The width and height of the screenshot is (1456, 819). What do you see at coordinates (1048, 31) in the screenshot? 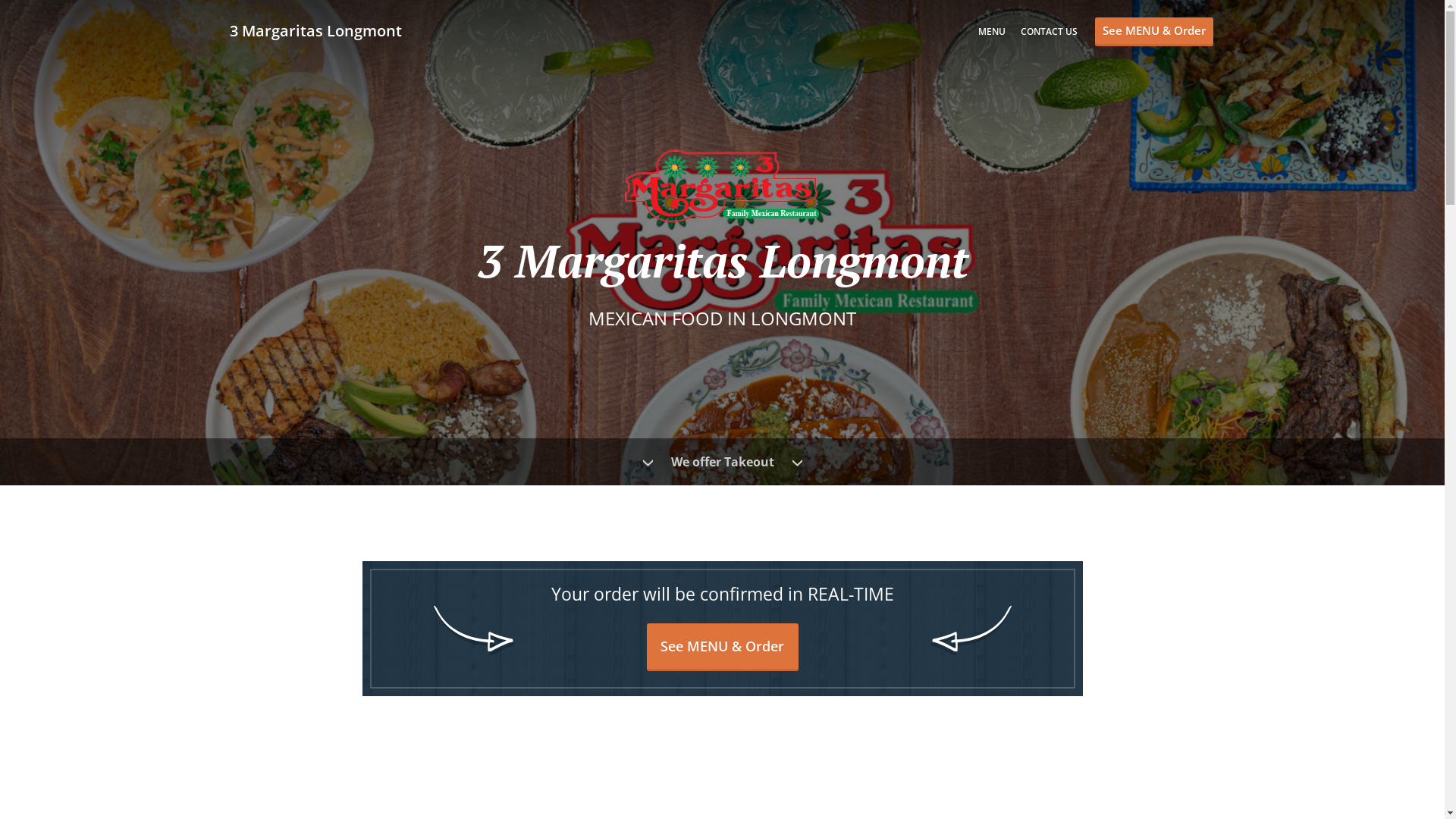
I see `'CONTACT US'` at bounding box center [1048, 31].